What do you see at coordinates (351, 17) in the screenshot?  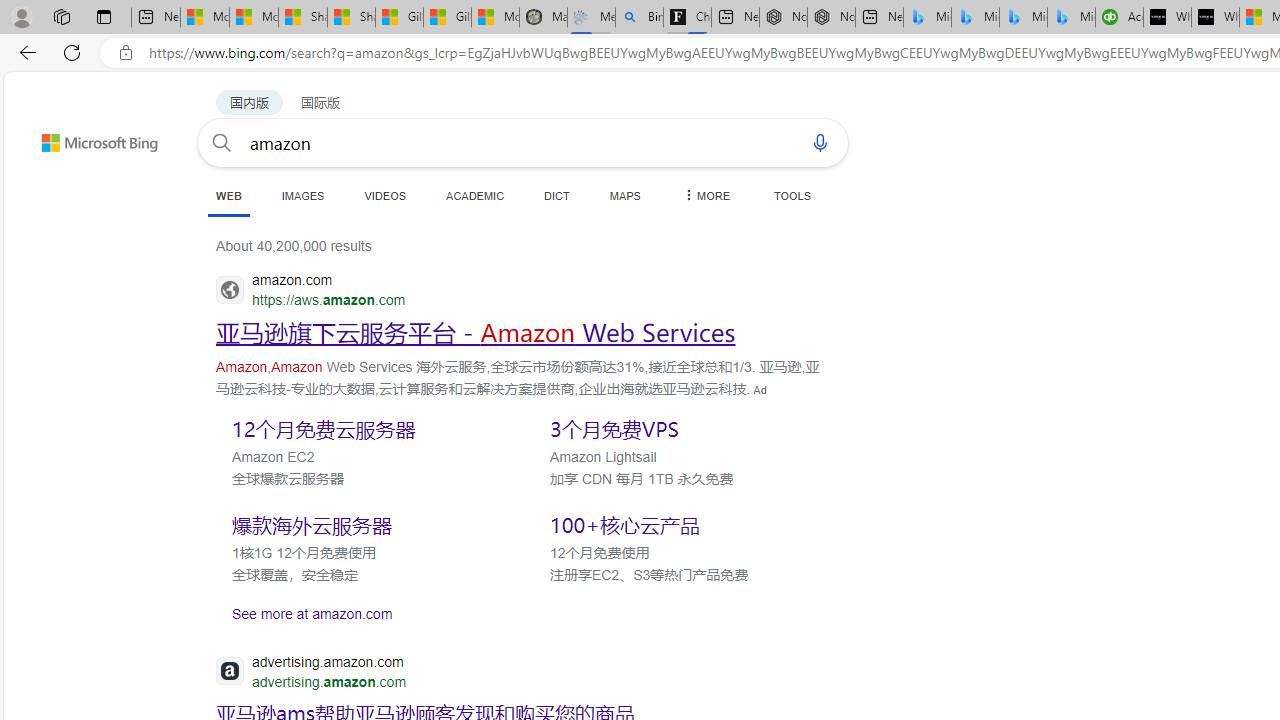 I see `'Shanghai, China weather forecast | Microsoft Weather'` at bounding box center [351, 17].